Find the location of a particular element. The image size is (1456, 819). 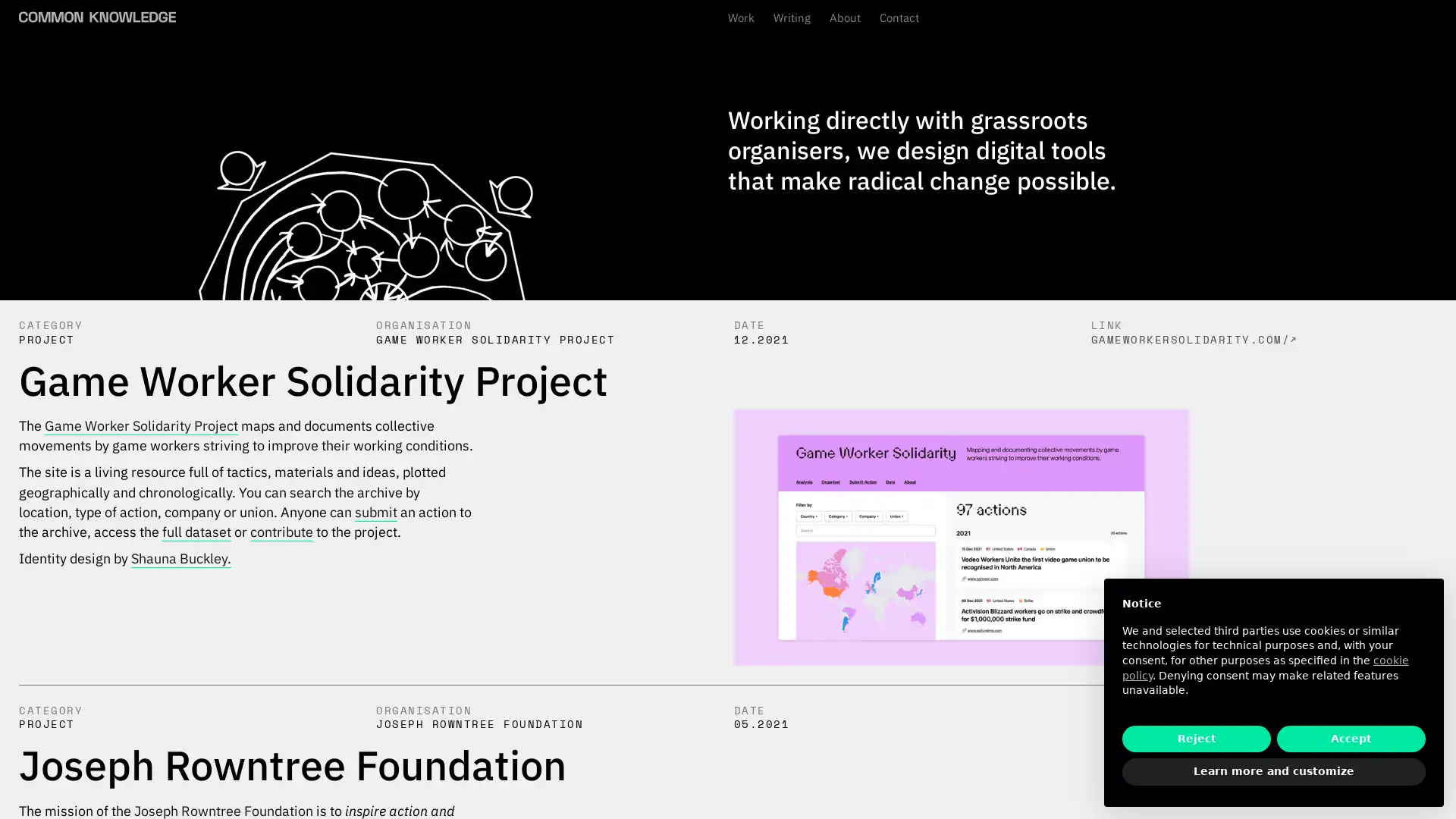

Accept is located at coordinates (1351, 738).